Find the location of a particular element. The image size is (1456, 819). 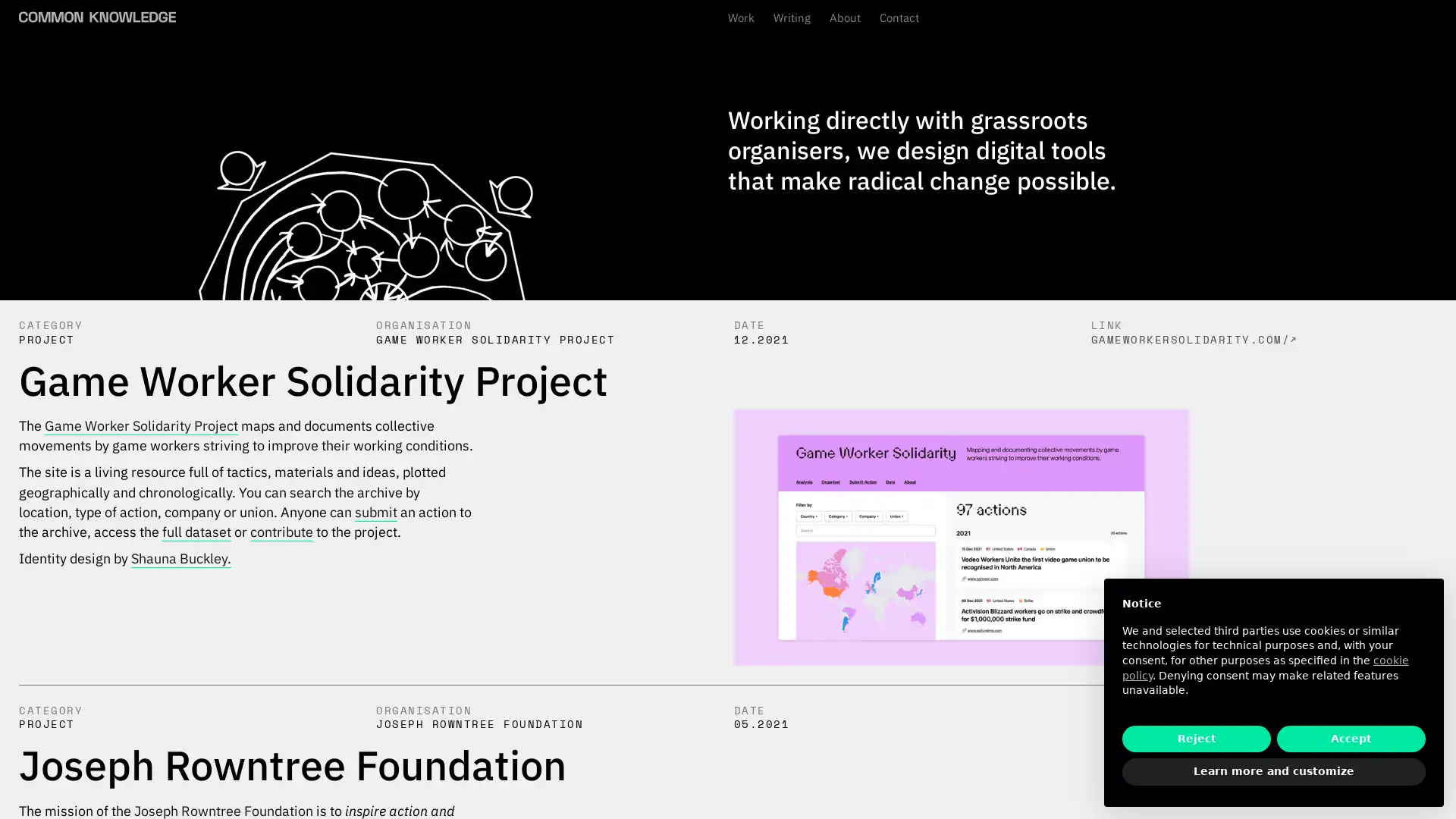

Accept is located at coordinates (1351, 738).